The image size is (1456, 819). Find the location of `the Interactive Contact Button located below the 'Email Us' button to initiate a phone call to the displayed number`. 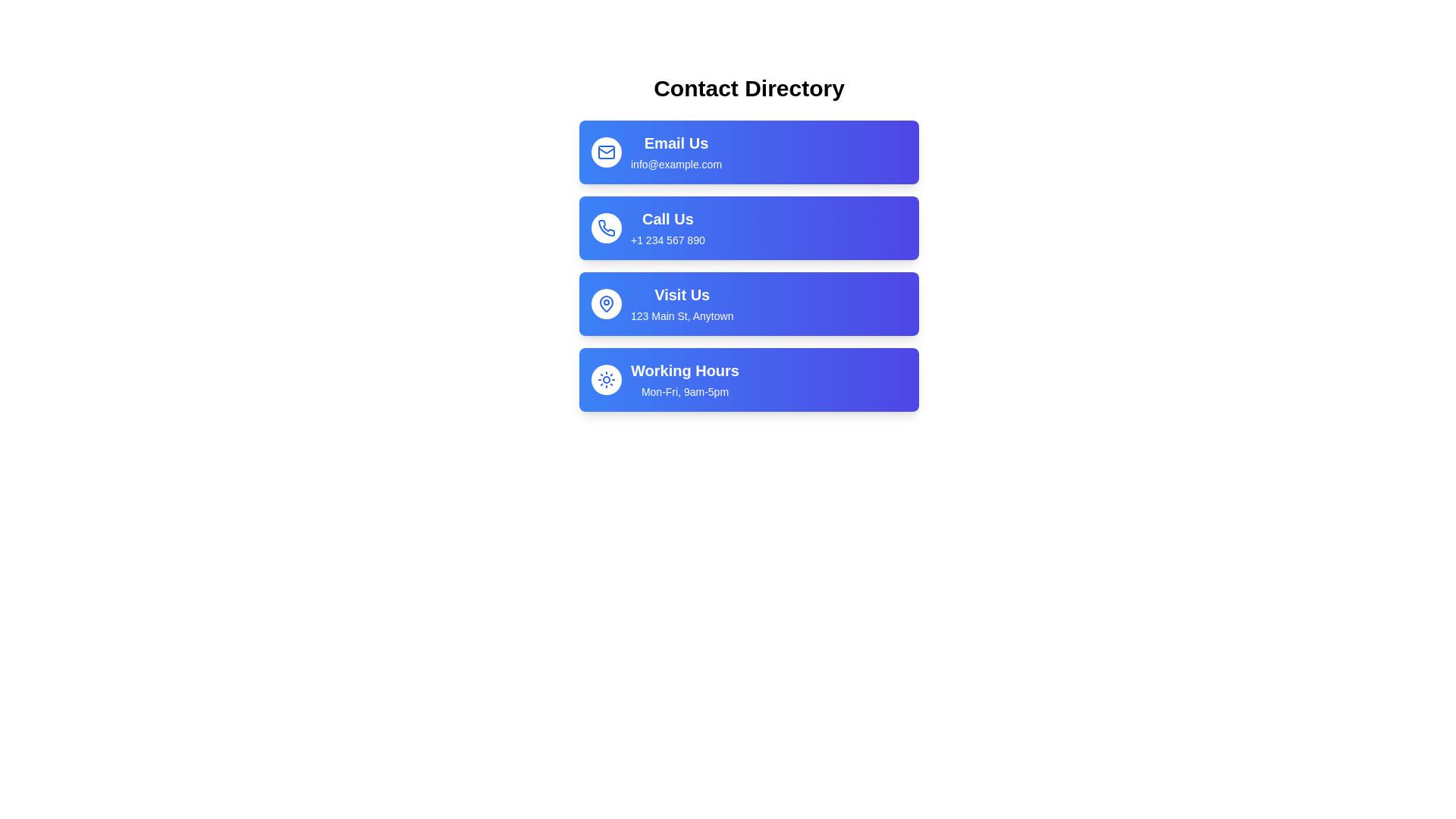

the Interactive Contact Button located below the 'Email Us' button to initiate a phone call to the displayed number is located at coordinates (749, 242).